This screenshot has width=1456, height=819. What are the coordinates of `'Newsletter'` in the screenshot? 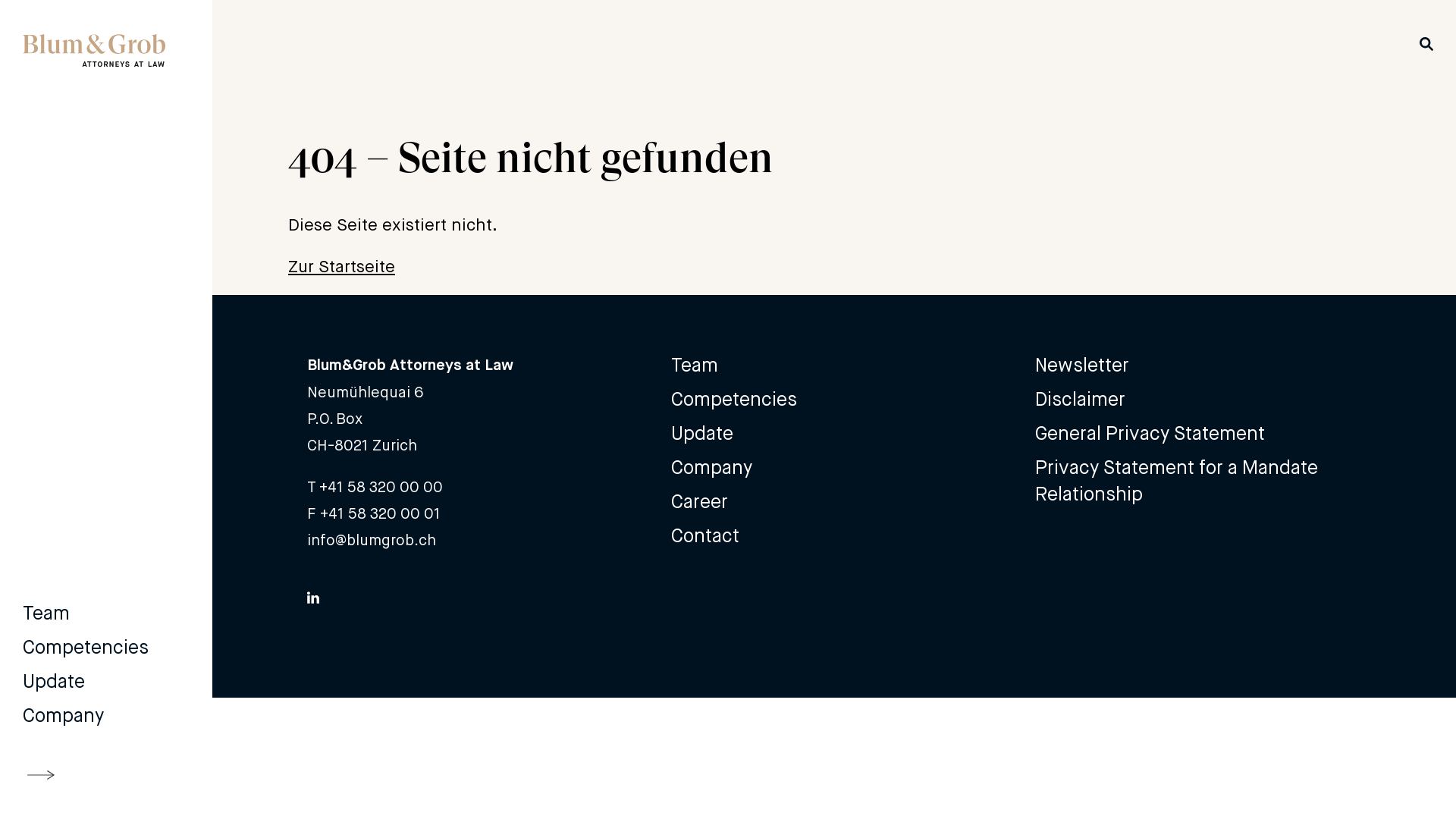 It's located at (1081, 366).